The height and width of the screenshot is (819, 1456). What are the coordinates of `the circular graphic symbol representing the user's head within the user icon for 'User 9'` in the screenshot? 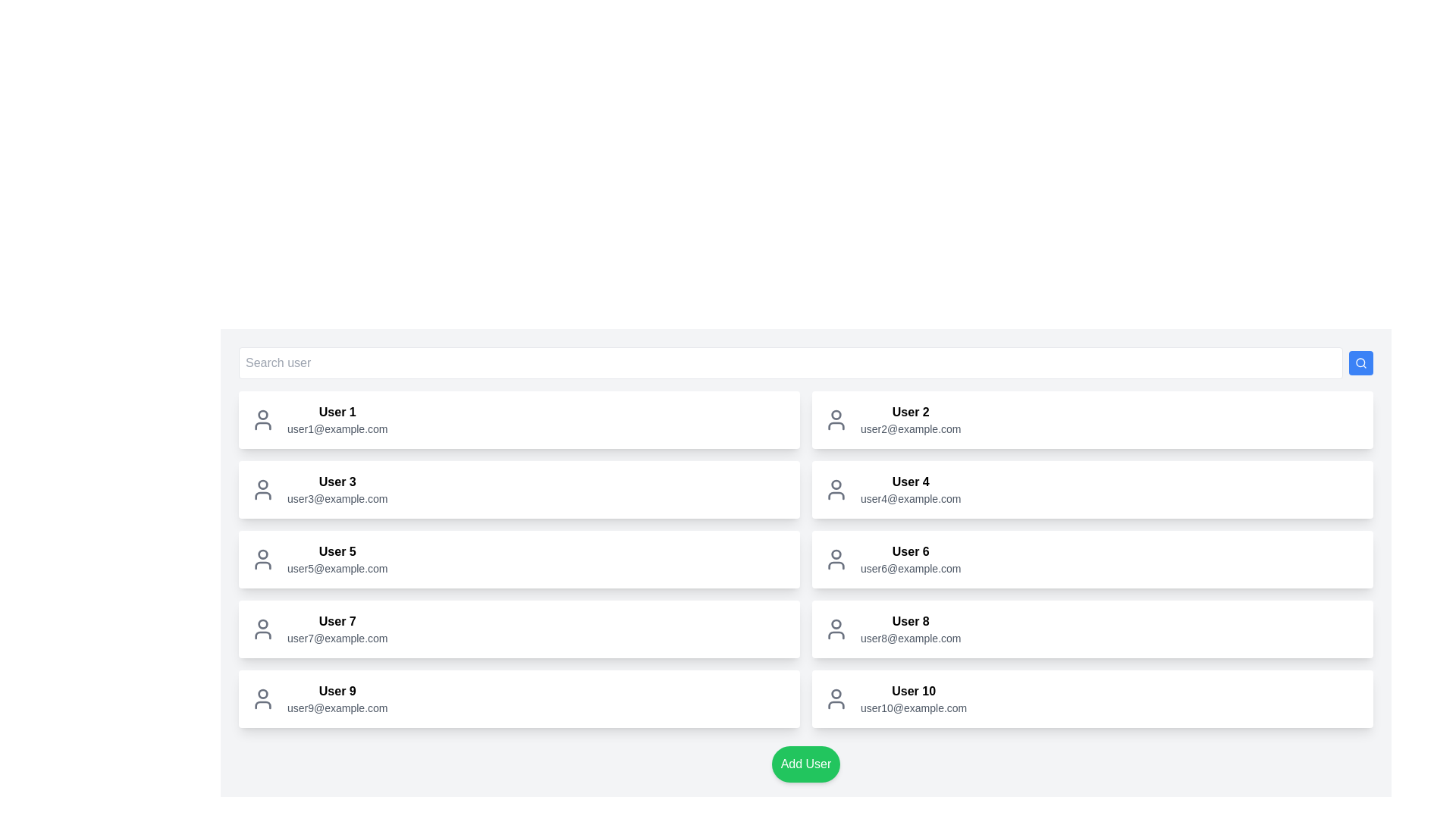 It's located at (262, 693).